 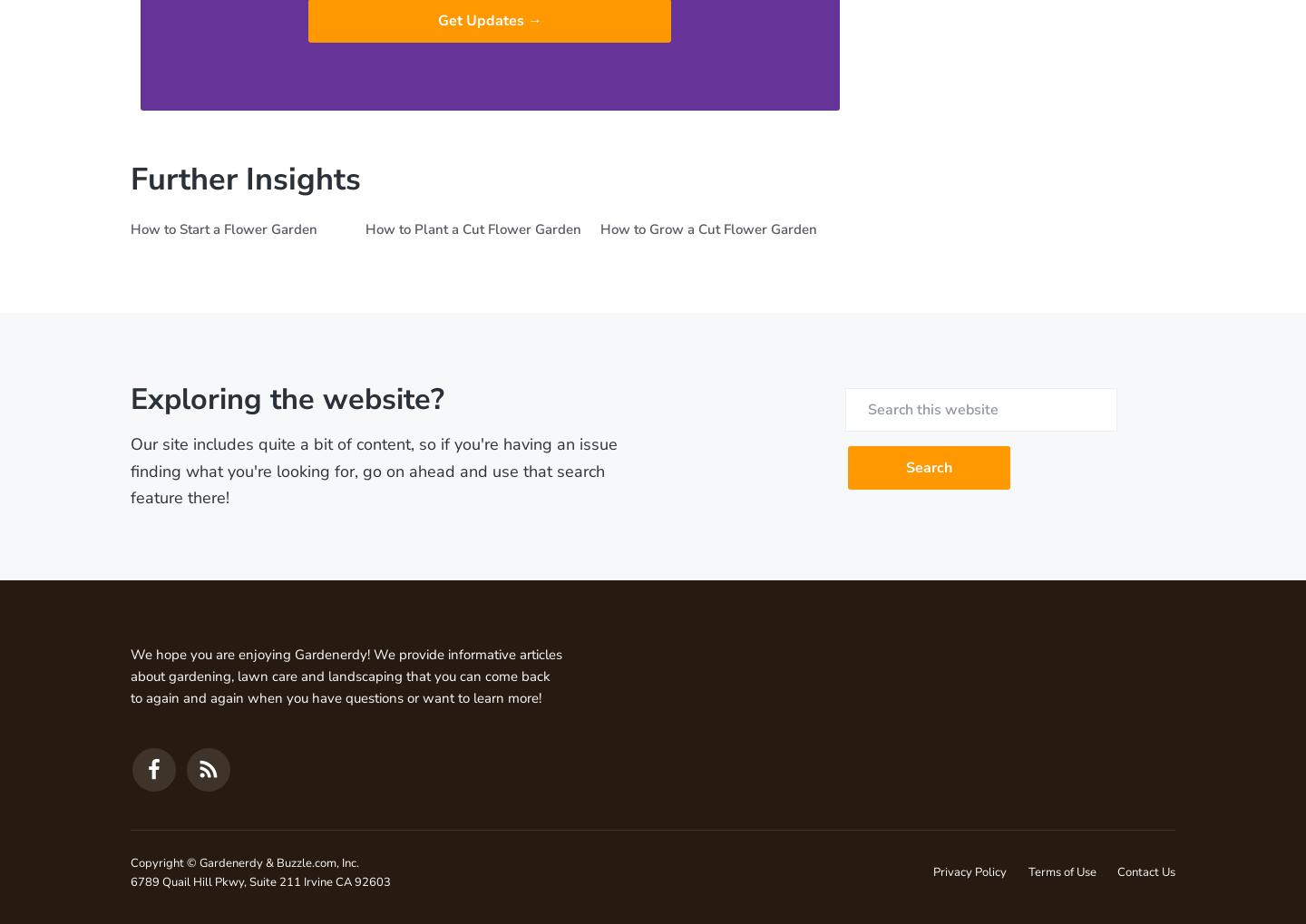 I want to click on '6789 Quail Hill Pkwy, Suite 211 Irvine CA 92603', so click(x=259, y=880).